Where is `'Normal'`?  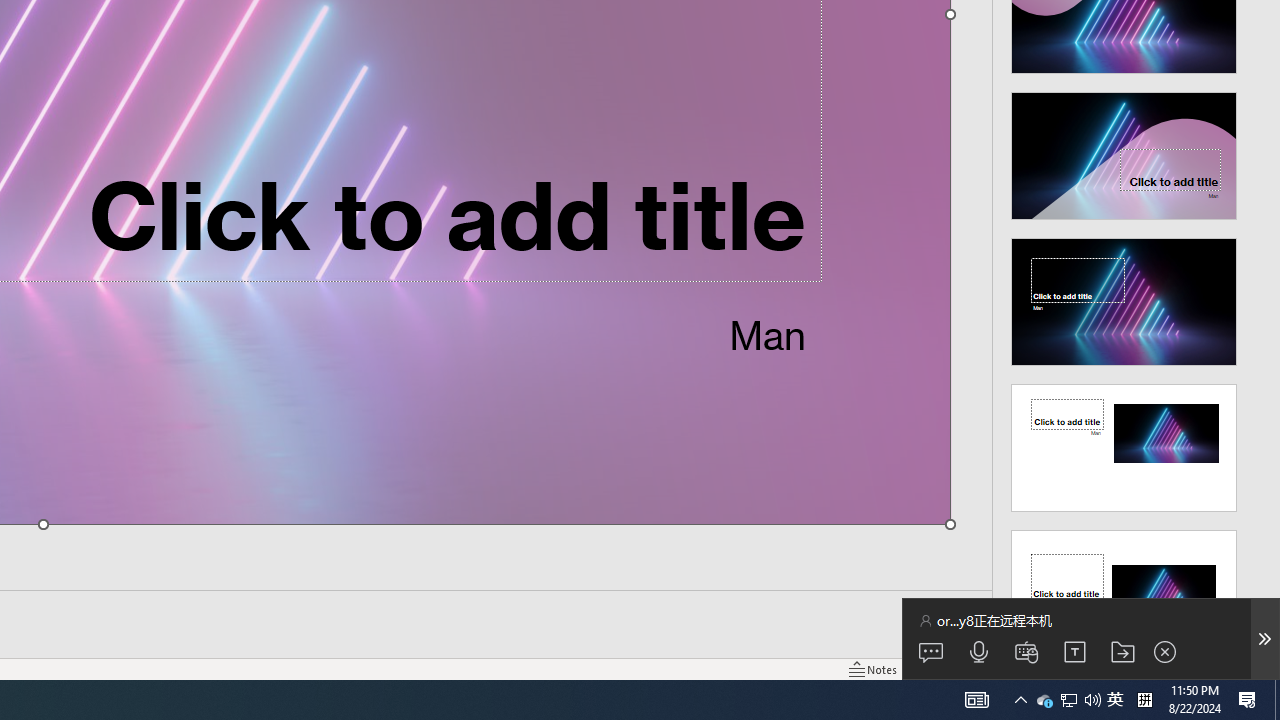 'Normal' is located at coordinates (935, 669).